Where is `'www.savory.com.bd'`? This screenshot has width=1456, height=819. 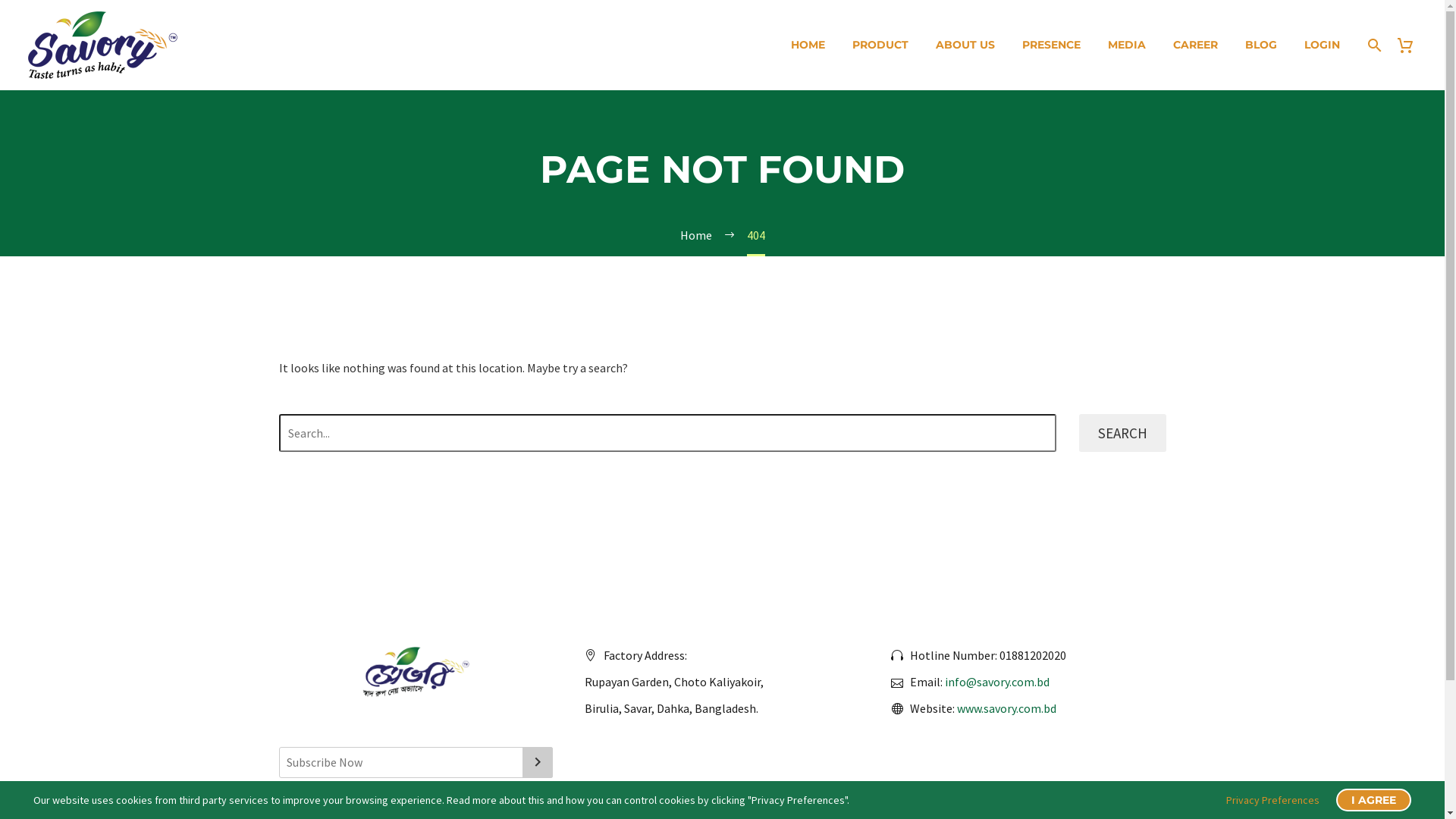
'www.savory.com.bd' is located at coordinates (1006, 708).